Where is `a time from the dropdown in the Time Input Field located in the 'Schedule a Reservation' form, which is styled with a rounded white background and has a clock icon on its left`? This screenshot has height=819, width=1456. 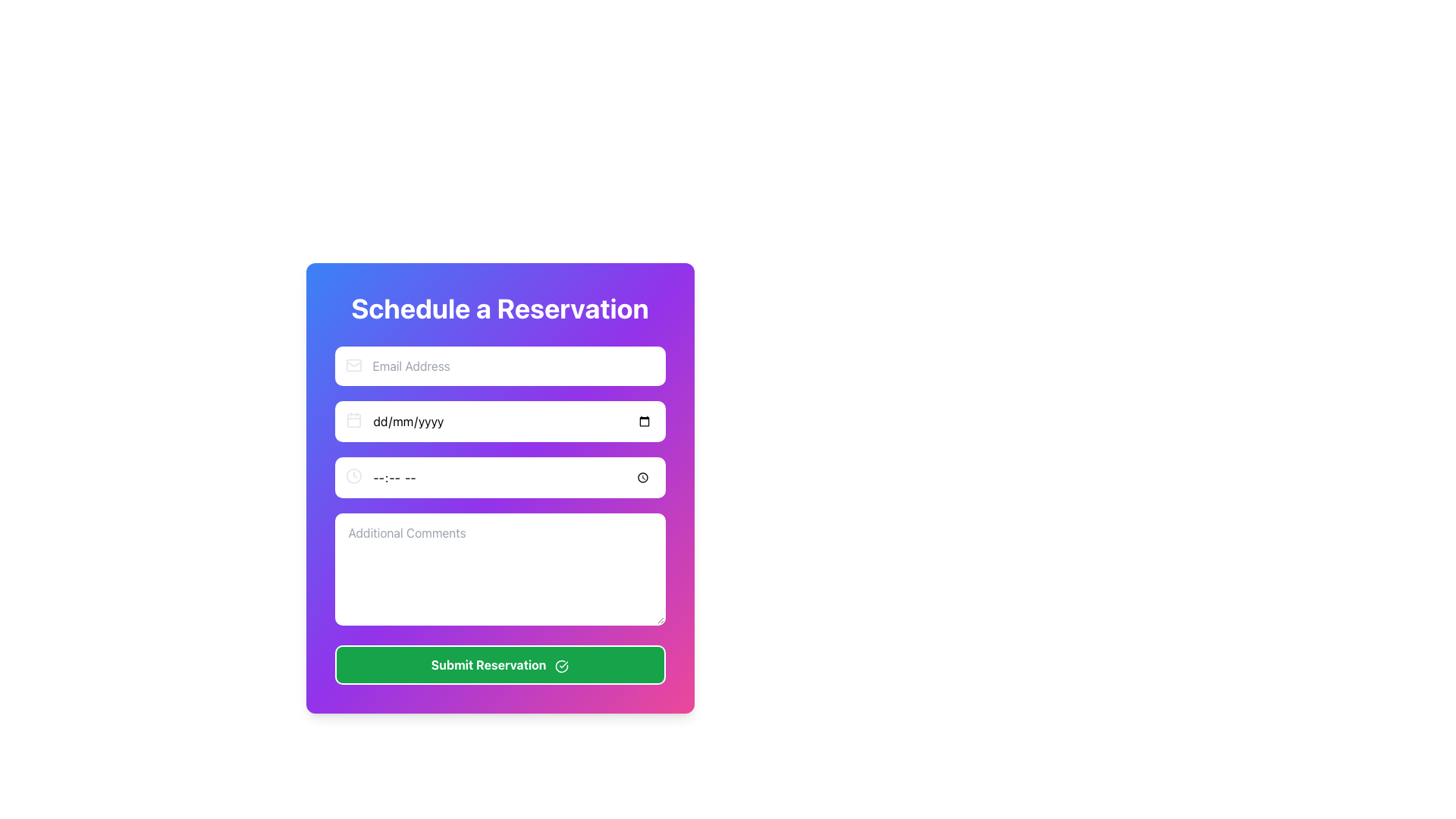
a time from the dropdown in the Time Input Field located in the 'Schedule a Reservation' form, which is styled with a rounded white background and has a clock icon on its left is located at coordinates (500, 476).